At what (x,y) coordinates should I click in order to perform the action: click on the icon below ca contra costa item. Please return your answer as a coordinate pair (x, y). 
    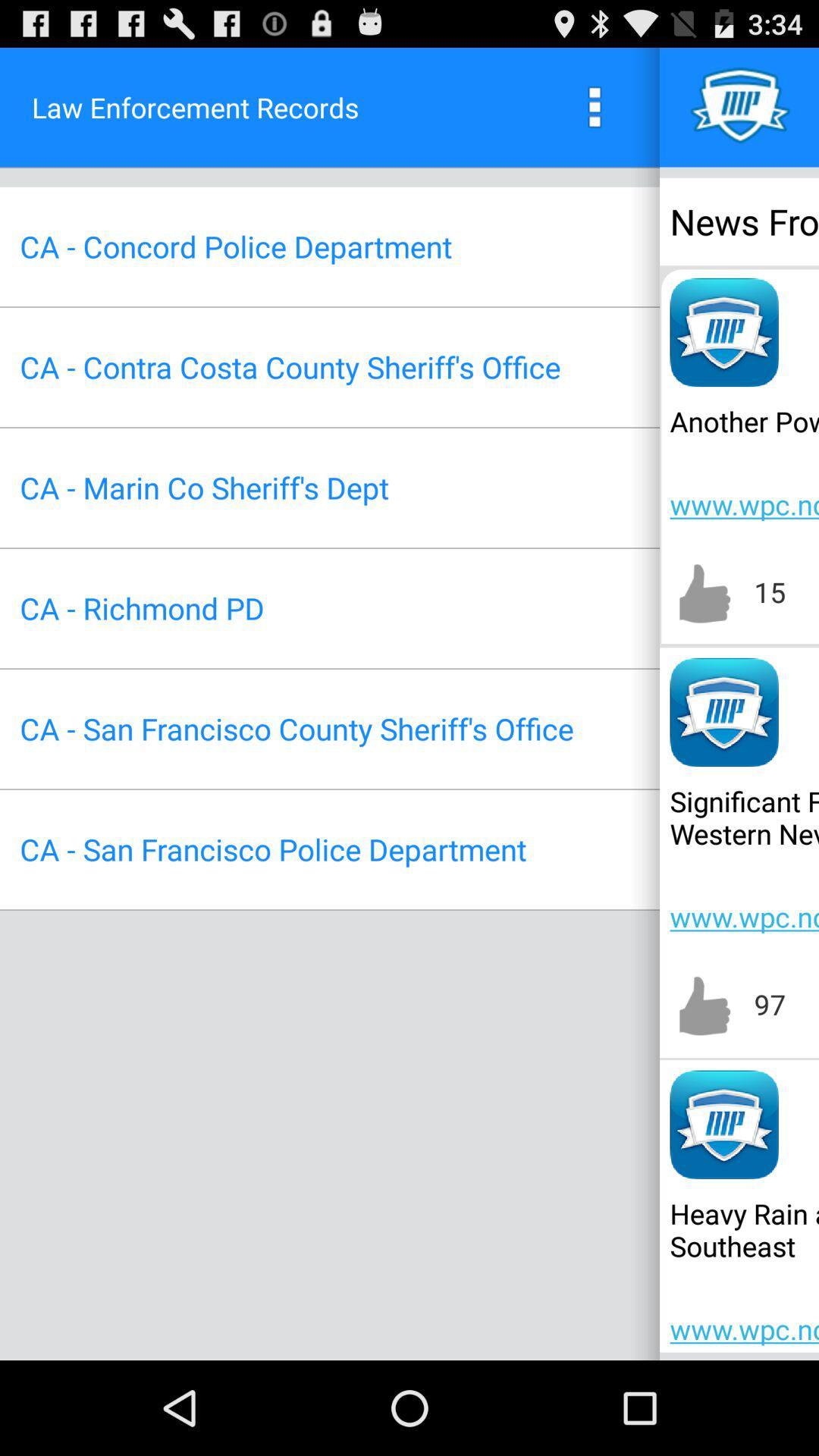
    Looking at the image, I should click on (203, 488).